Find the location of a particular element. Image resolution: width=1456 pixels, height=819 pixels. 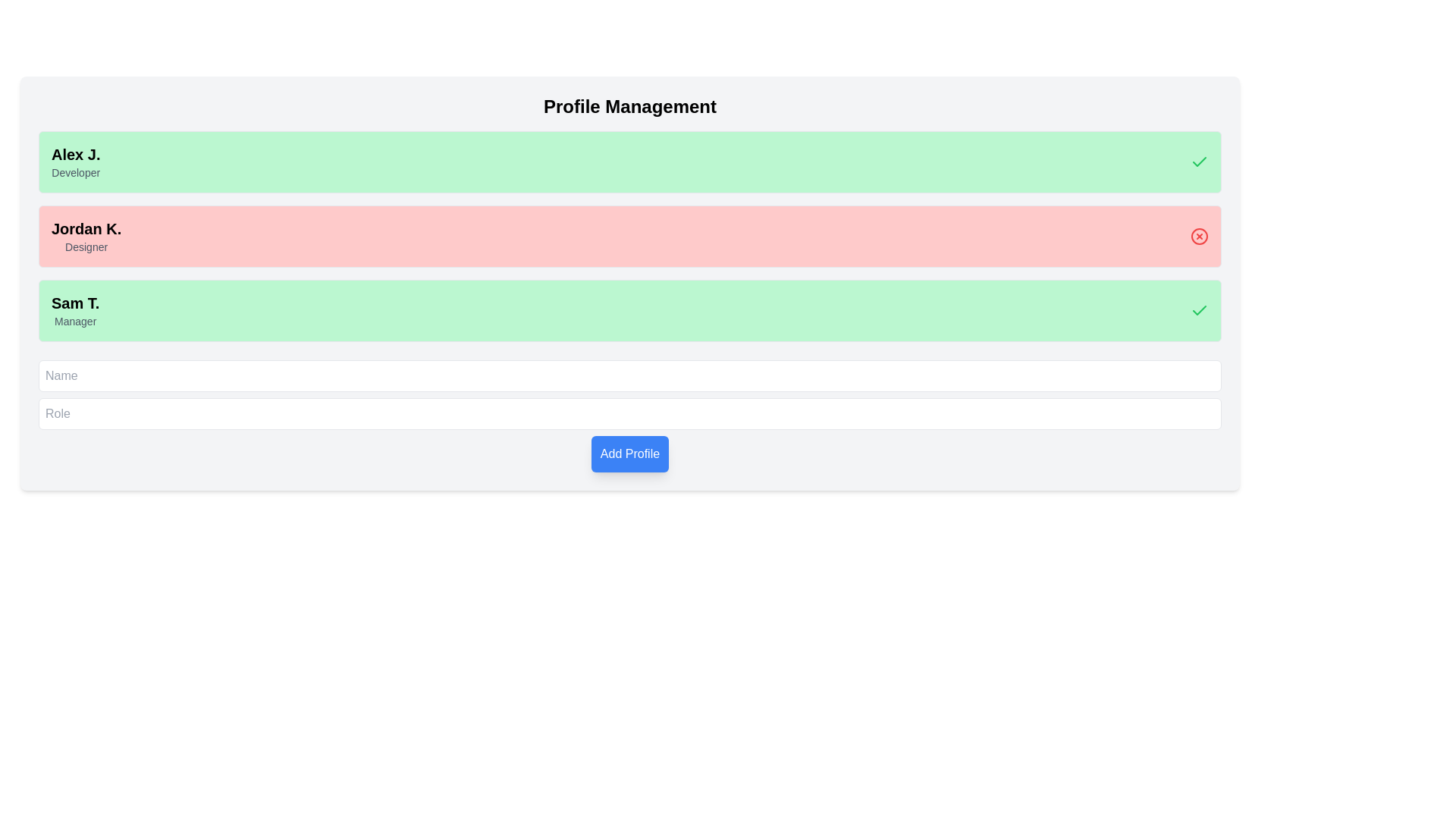

the Text label that displays the name and role of an individual in the profile management list, located at the top left of the topmost green card in the column of profile cards is located at coordinates (75, 162).